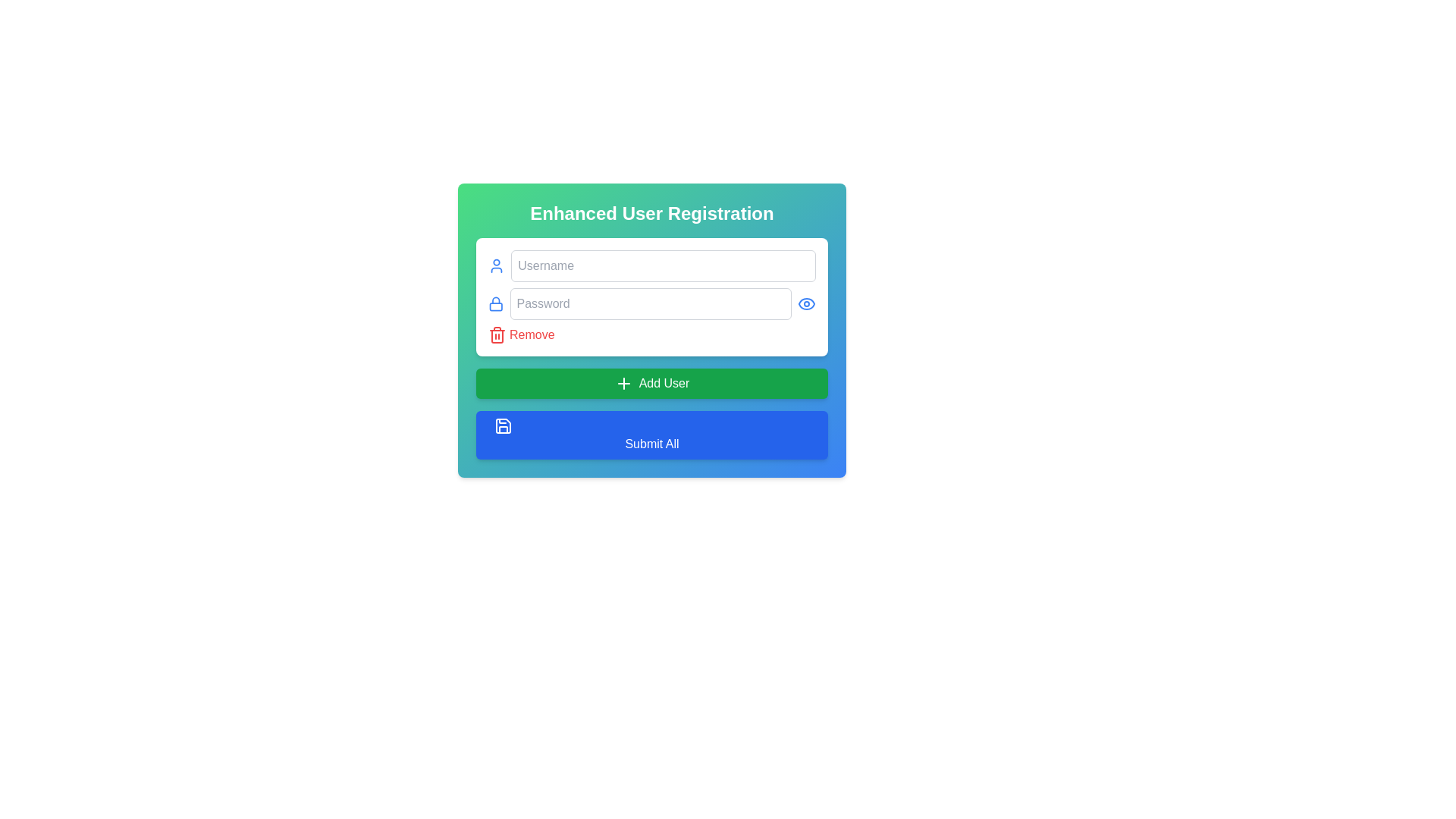 Image resolution: width=1456 pixels, height=819 pixels. I want to click on the submission button located at the bottom of the form, below the 'Add User' green button, so click(651, 435).